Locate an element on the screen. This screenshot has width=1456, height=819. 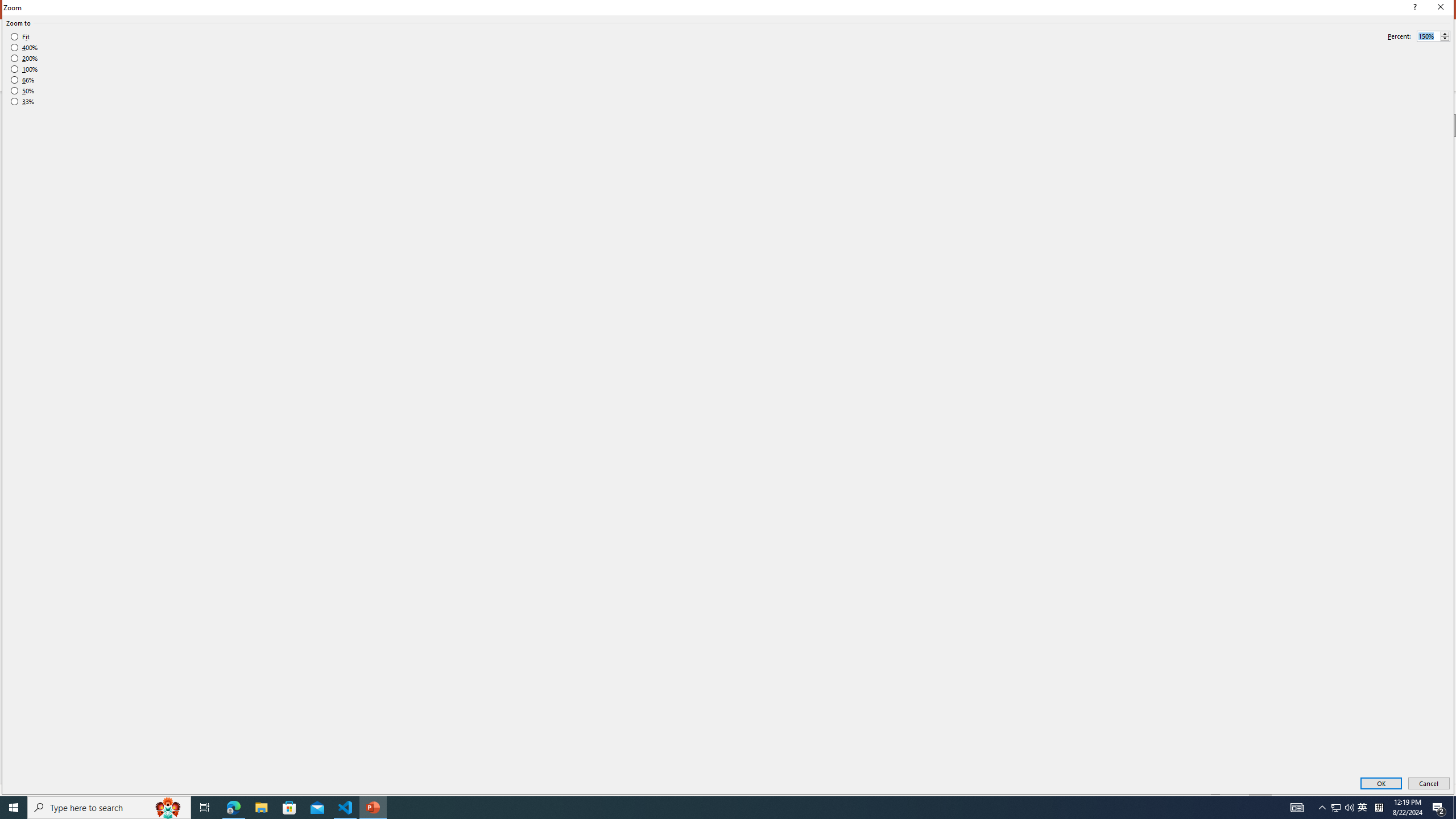
'Less' is located at coordinates (1444, 39).